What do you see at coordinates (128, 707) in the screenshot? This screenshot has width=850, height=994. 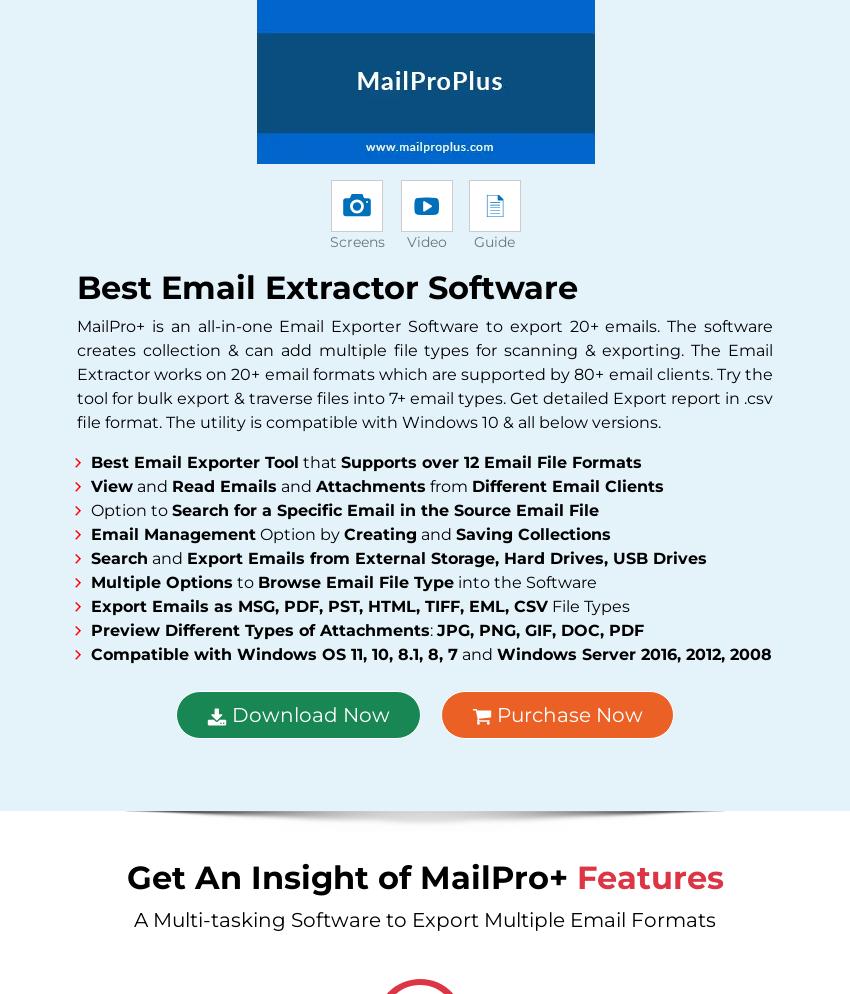 I see `'Follow Us'` at bounding box center [128, 707].